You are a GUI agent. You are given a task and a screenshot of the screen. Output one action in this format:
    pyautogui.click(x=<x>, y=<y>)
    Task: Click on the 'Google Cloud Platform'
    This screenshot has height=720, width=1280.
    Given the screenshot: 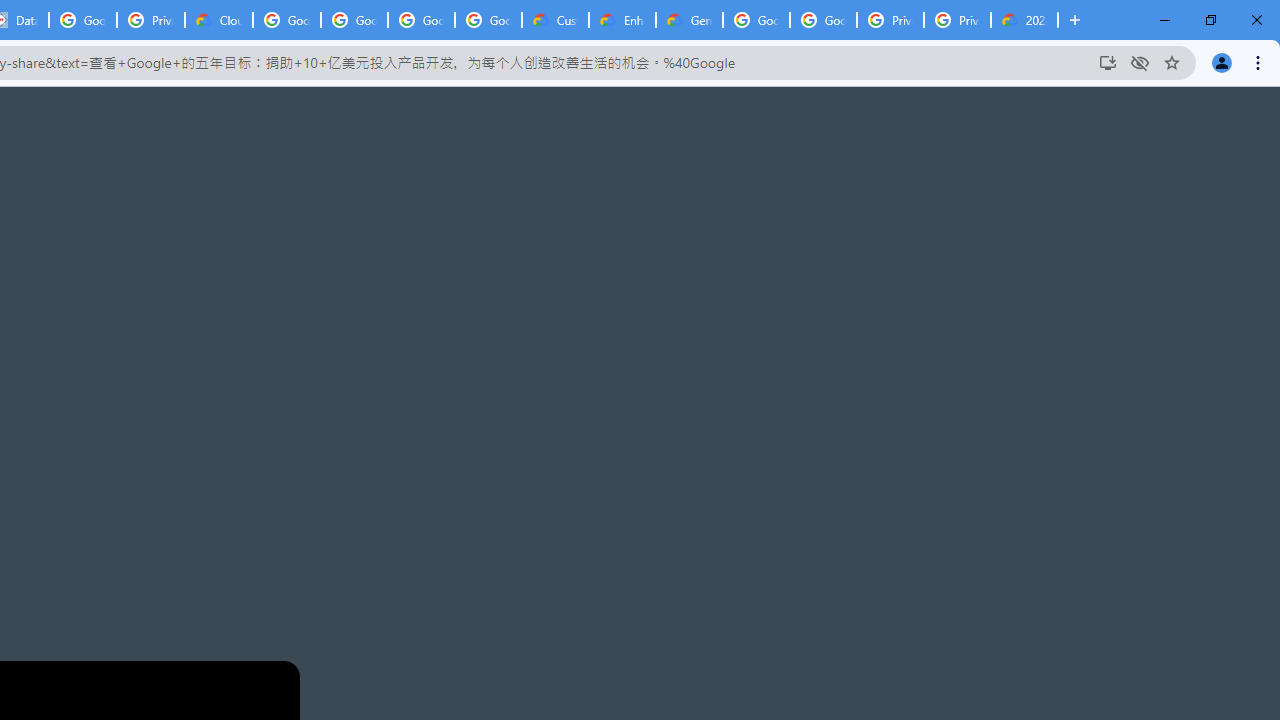 What is the action you would take?
    pyautogui.click(x=823, y=20)
    